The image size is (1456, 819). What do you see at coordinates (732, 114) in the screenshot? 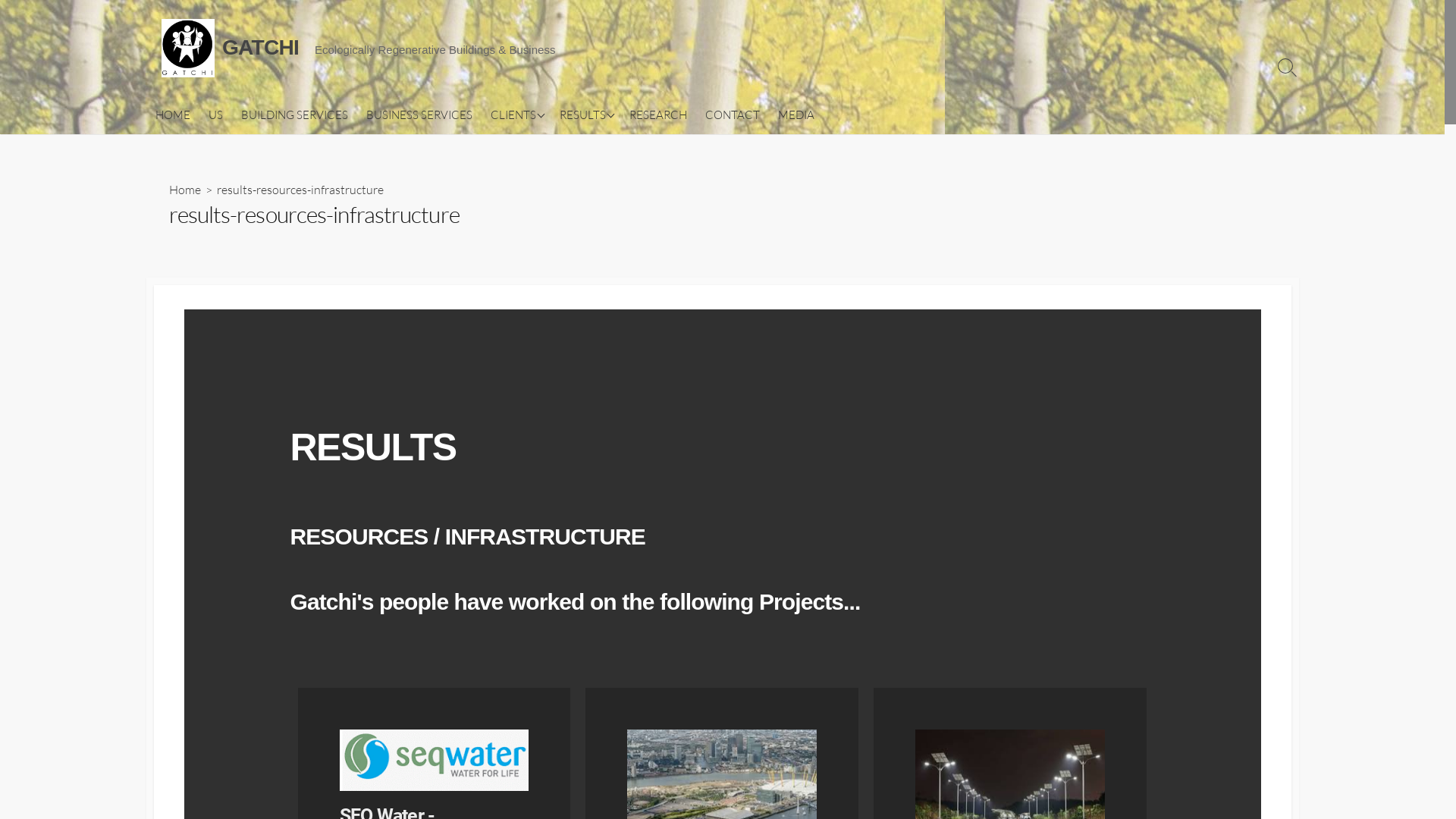
I see `'CONTACT'` at bounding box center [732, 114].